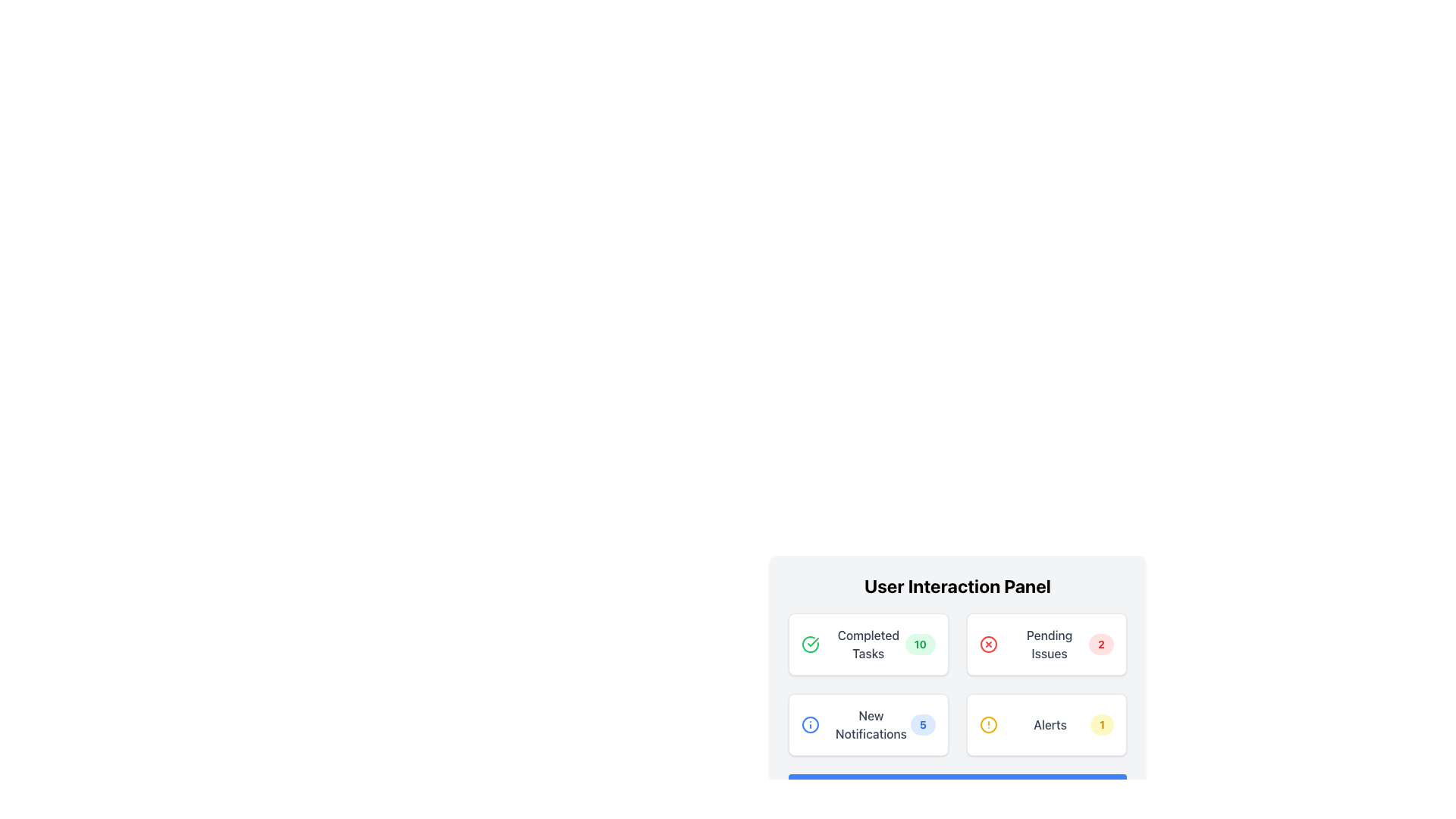 This screenshot has width=1456, height=819. Describe the element at coordinates (1049, 724) in the screenshot. I see `the 'Alerts' text label located in the bottom-right card of the grid layout, which indicates the purpose of the surrounding group` at that location.